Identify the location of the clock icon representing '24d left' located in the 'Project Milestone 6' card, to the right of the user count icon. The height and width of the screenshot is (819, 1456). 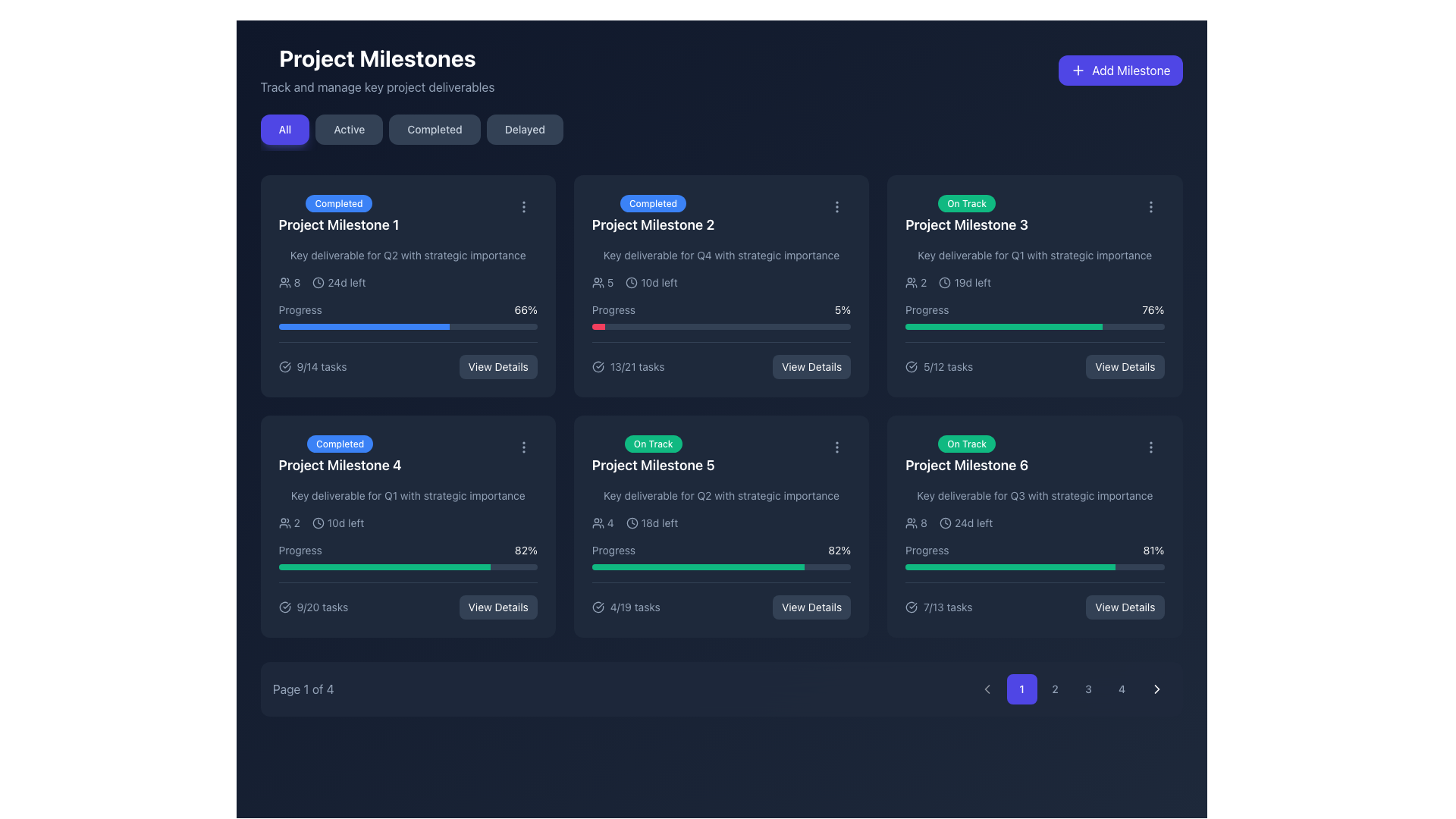
(945, 522).